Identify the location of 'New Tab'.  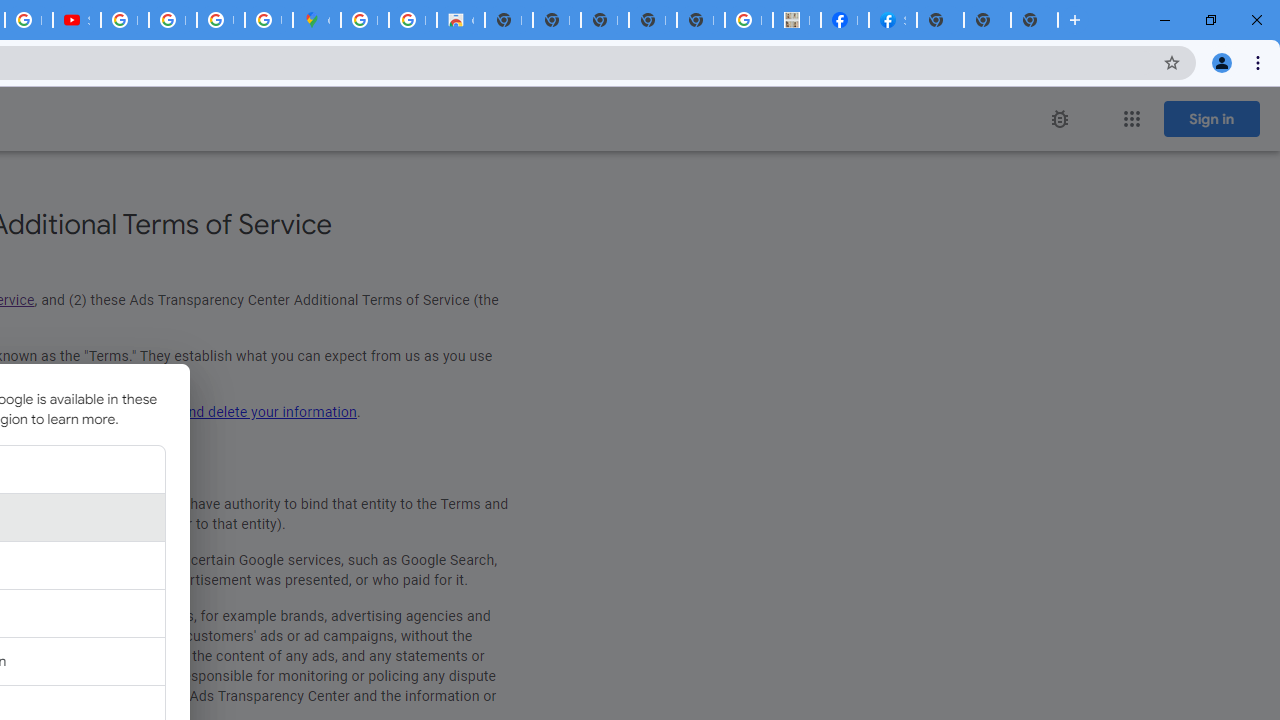
(1034, 20).